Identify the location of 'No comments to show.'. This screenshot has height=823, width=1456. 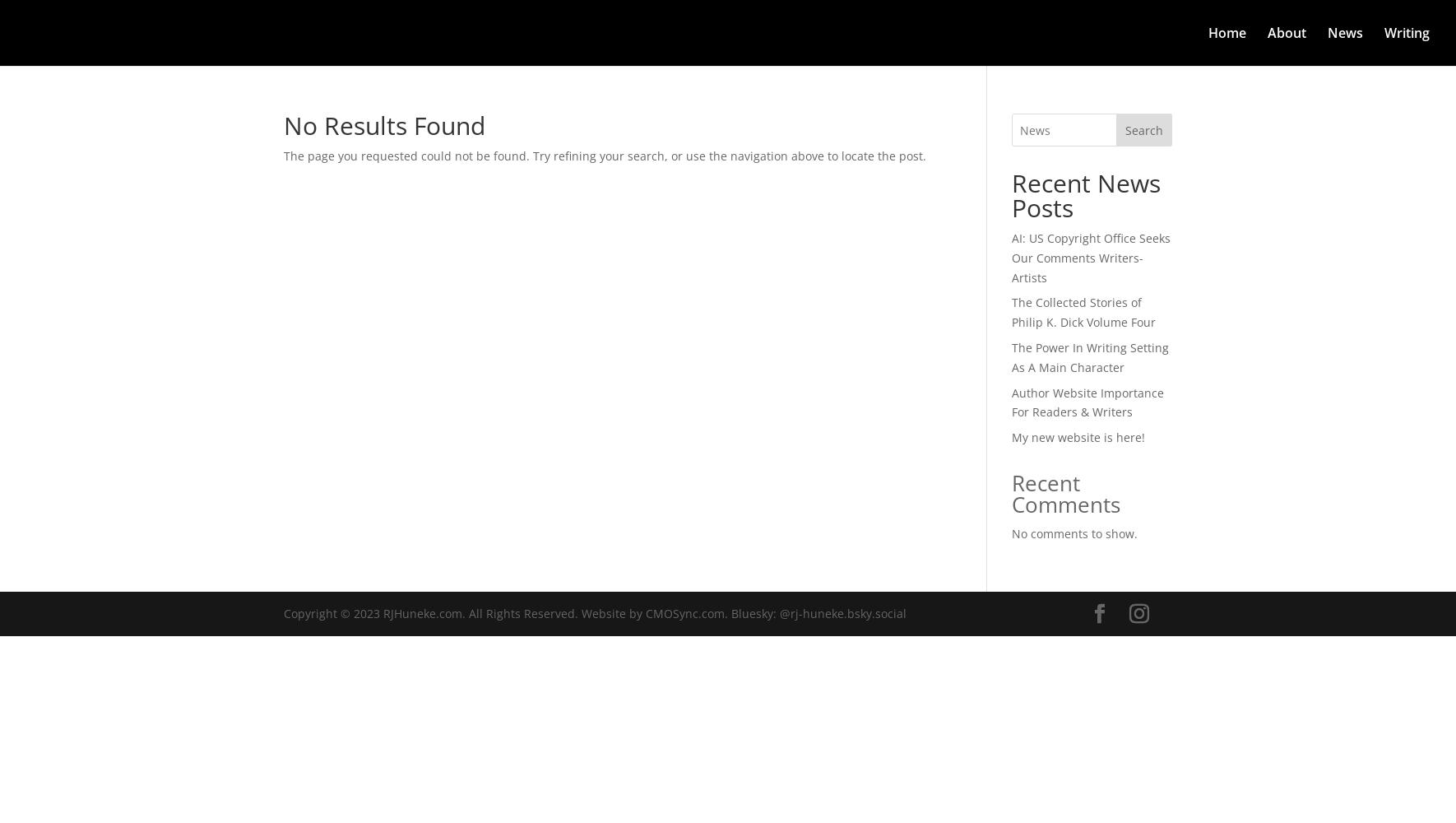
(1010, 532).